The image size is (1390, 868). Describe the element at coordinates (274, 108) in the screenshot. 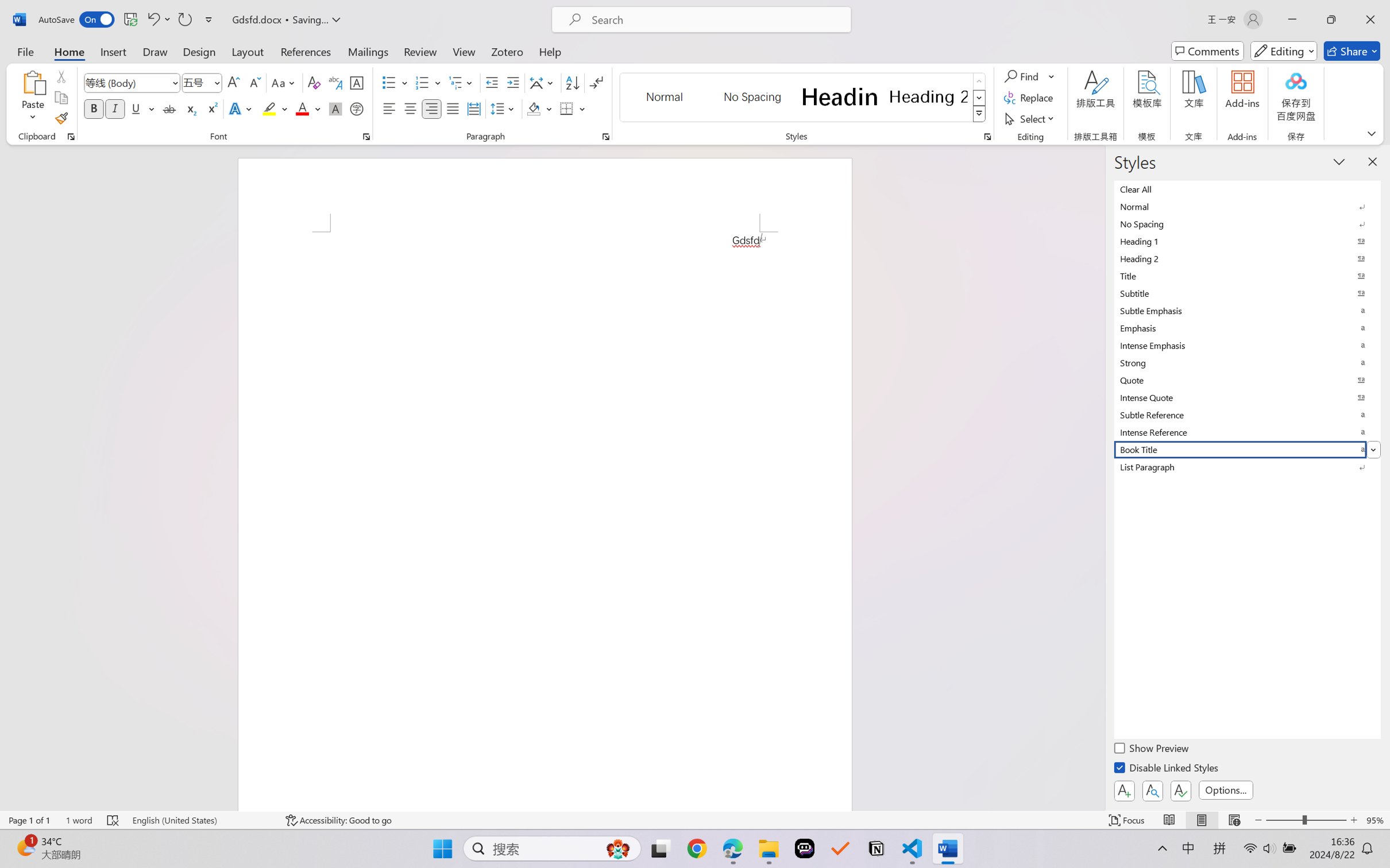

I see `'Text Highlight Color'` at that location.